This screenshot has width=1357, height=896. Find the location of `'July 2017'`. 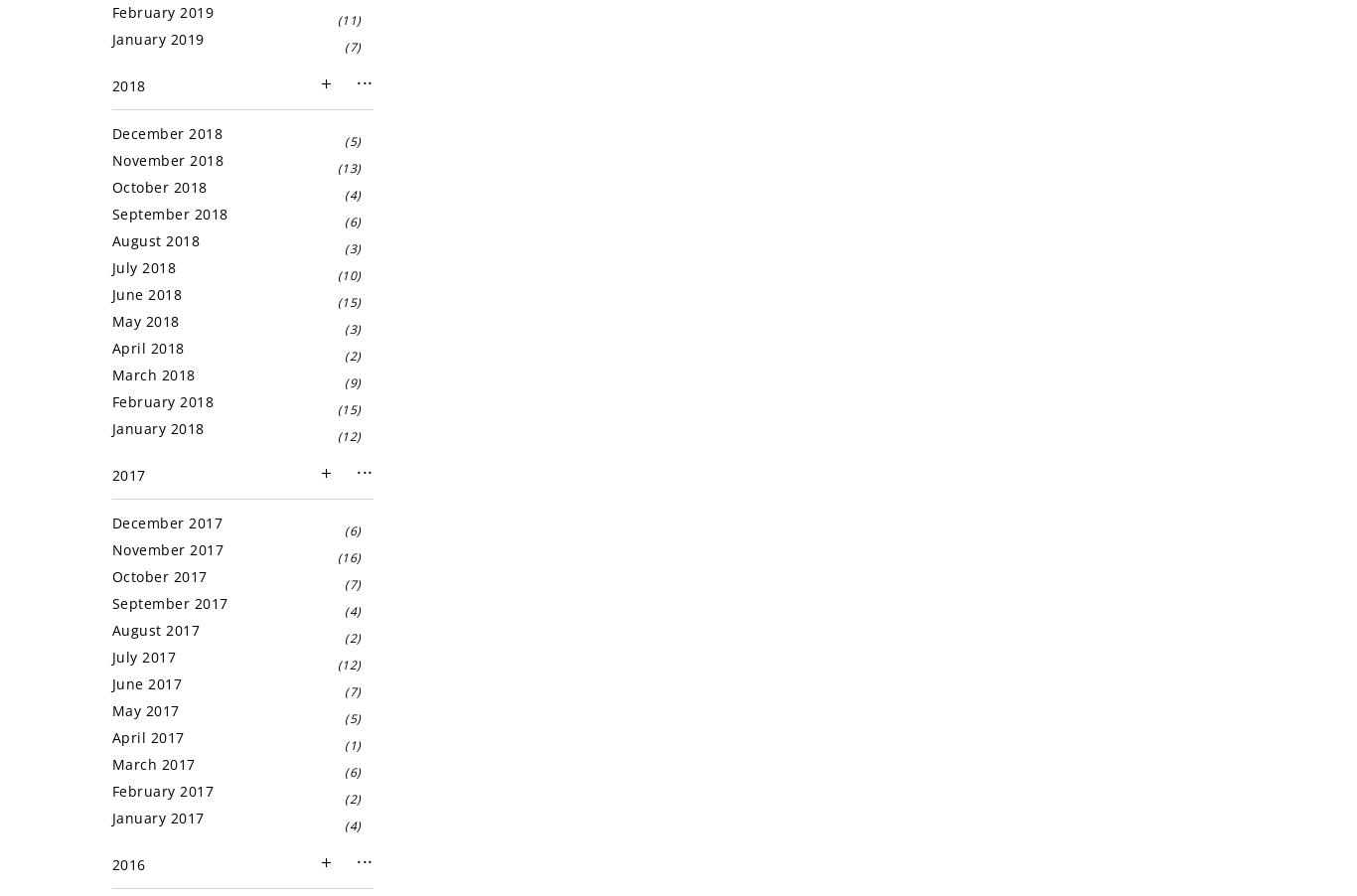

'July 2017' is located at coordinates (142, 656).